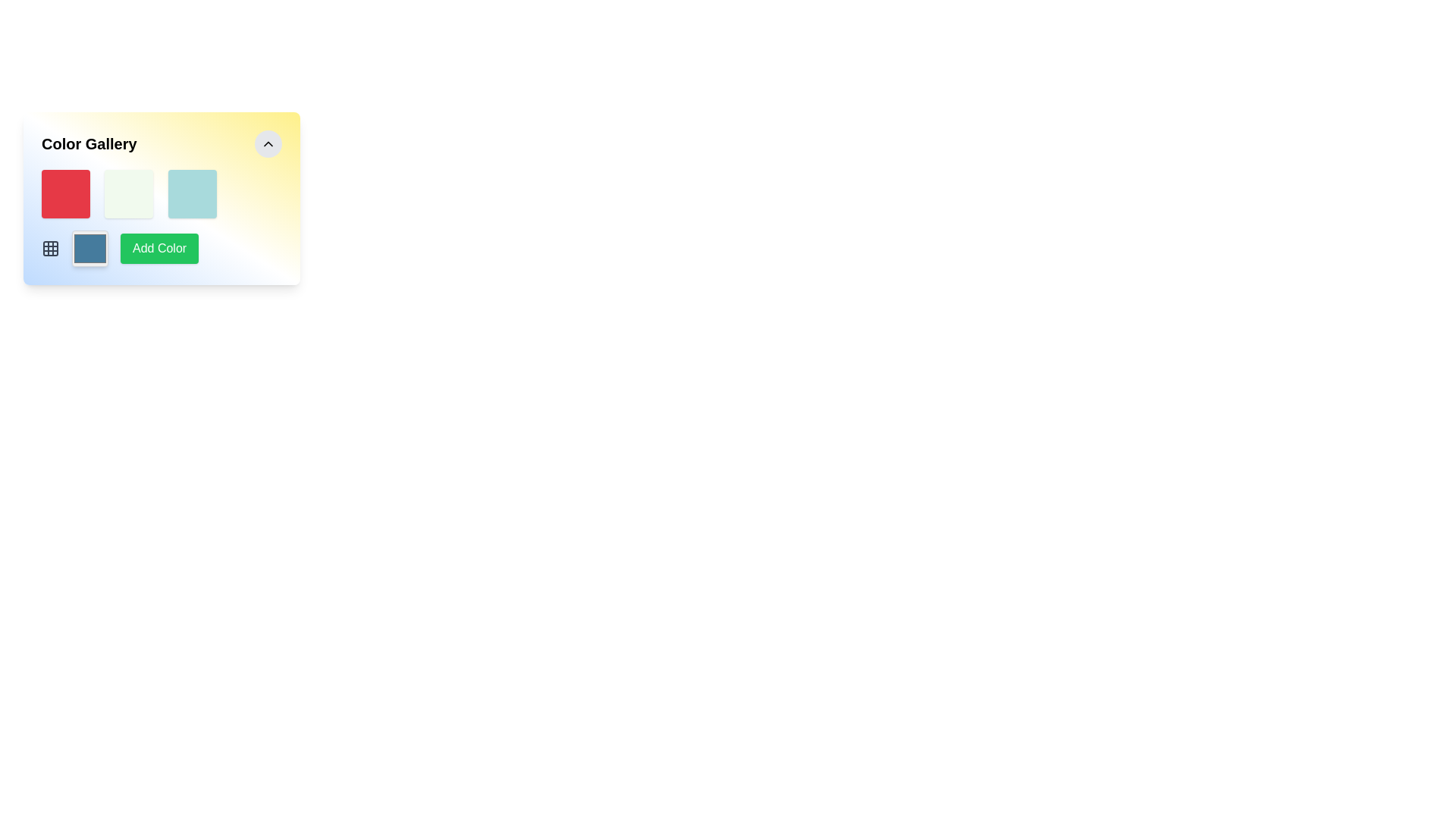 The width and height of the screenshot is (1456, 819). Describe the element at coordinates (51, 247) in the screenshot. I see `the grid configuration icon located below the 'Add Color' button` at that location.